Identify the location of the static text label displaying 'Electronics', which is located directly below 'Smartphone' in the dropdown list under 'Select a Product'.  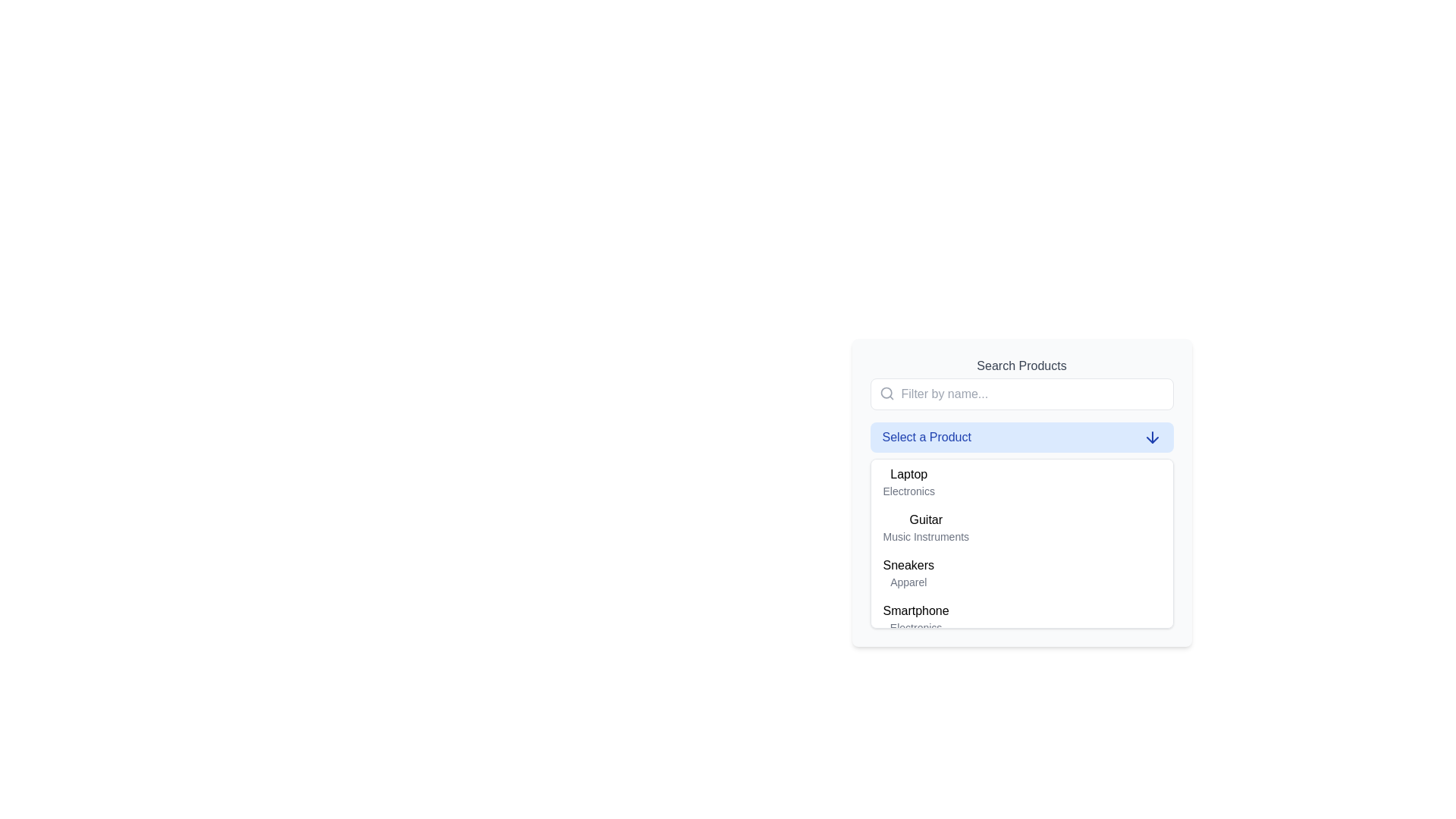
(915, 628).